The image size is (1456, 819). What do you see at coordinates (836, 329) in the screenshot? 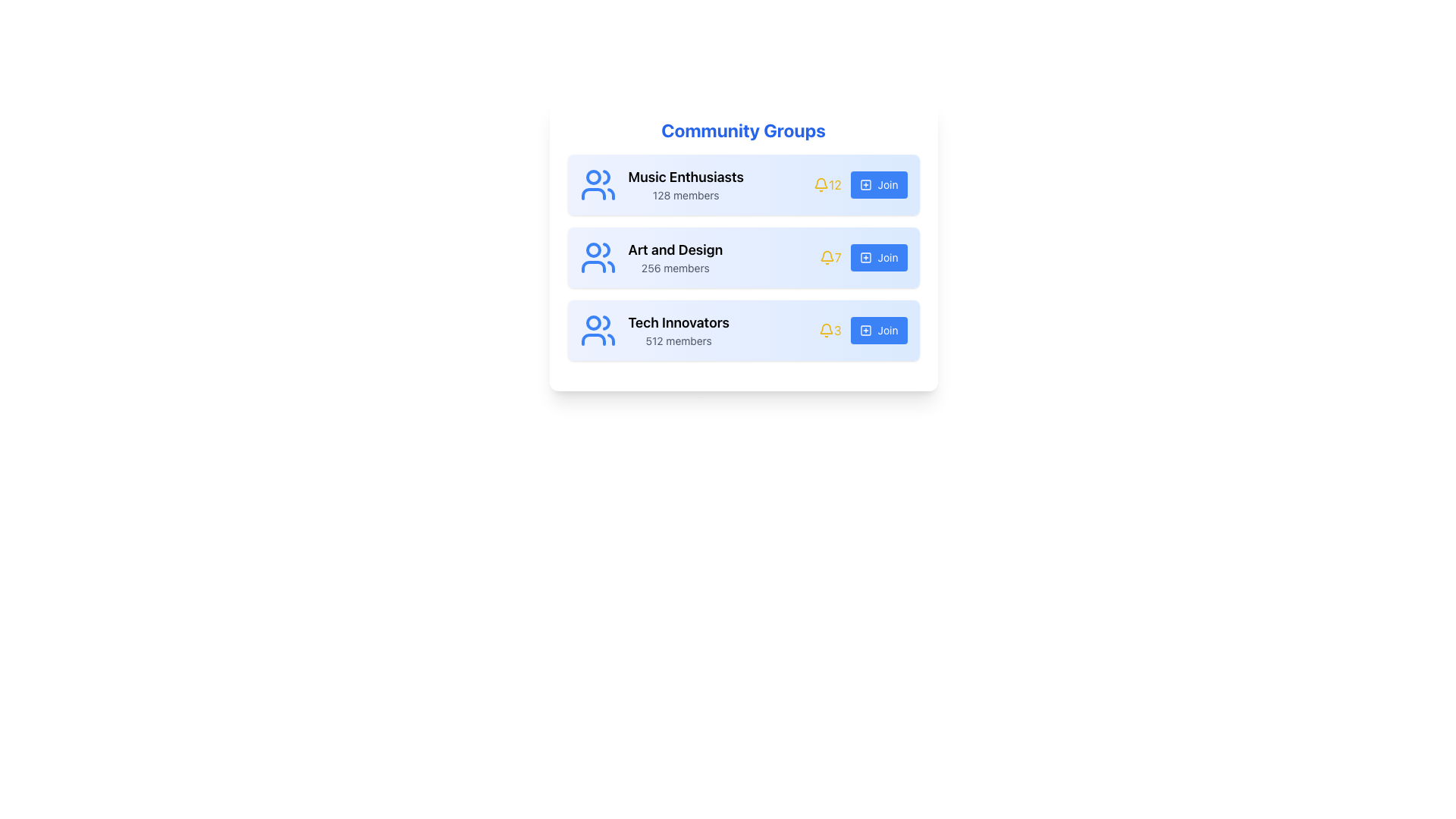
I see `the static text element displaying the numeral '3', which is located to the right of a bell icon in a horizontal layout` at bounding box center [836, 329].